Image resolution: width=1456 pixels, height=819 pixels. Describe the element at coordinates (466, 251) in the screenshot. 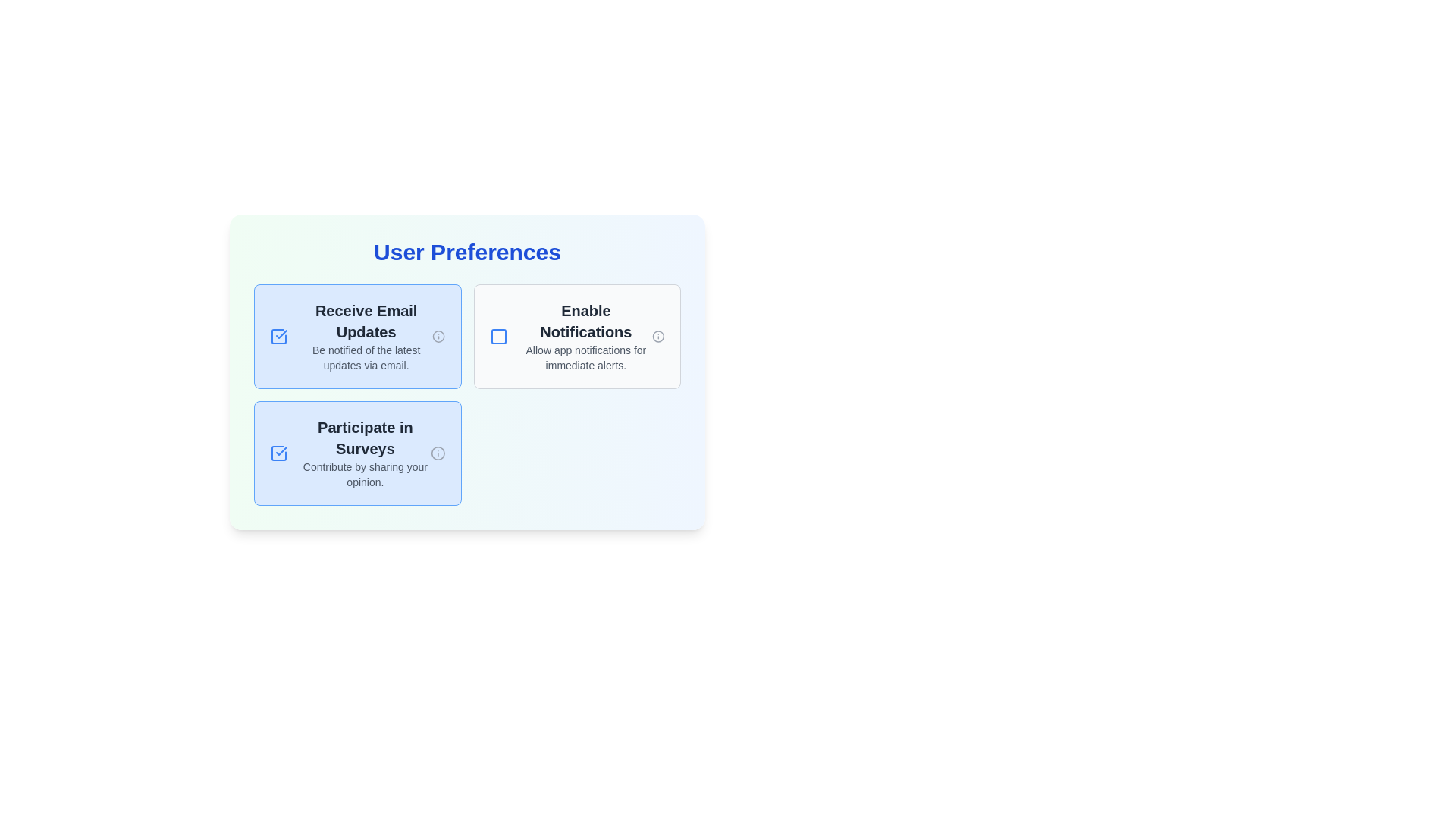

I see `the 'User Preferences' title text label` at that location.